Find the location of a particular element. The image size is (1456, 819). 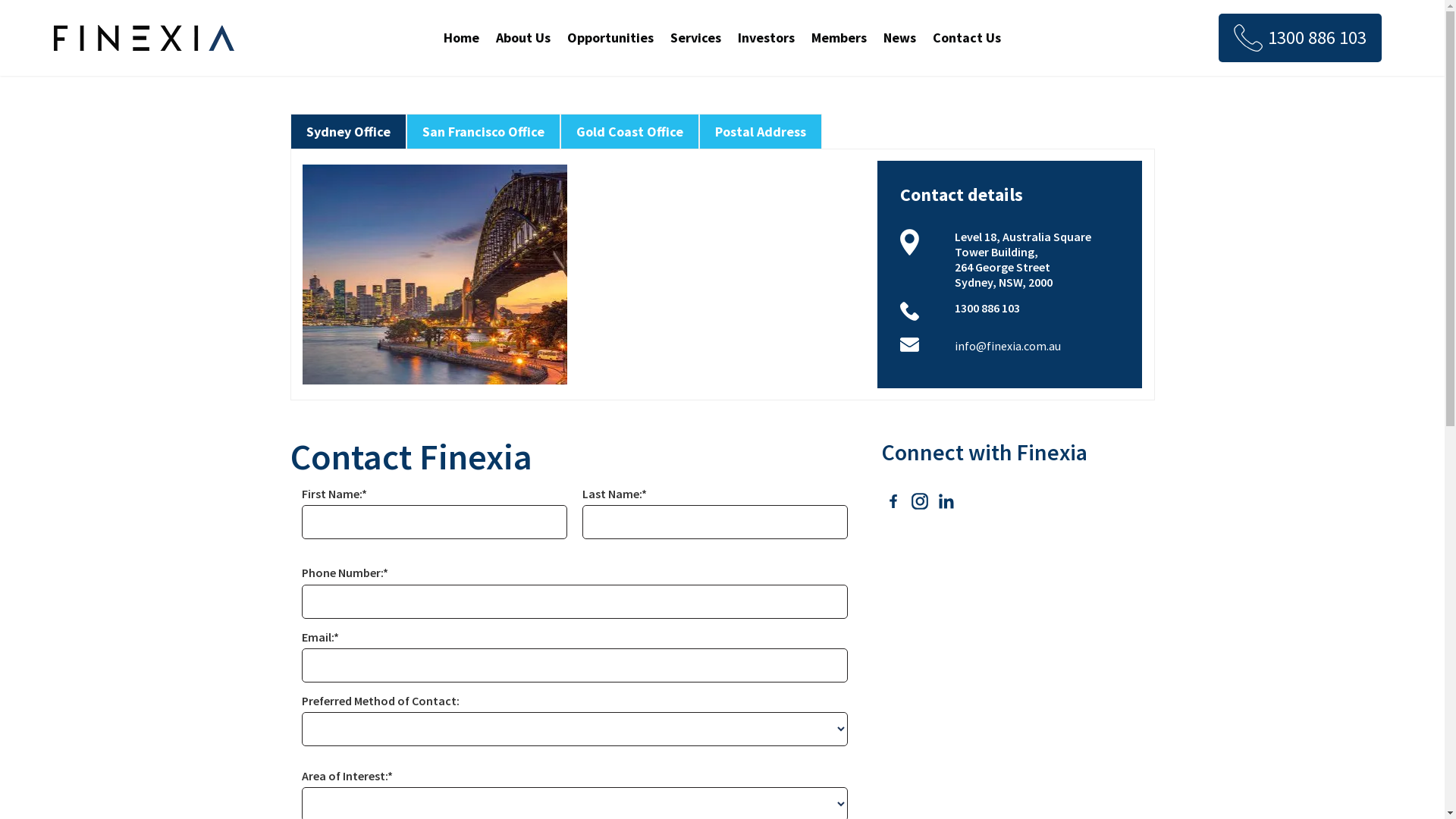

'1300 886 103' is located at coordinates (1299, 37).